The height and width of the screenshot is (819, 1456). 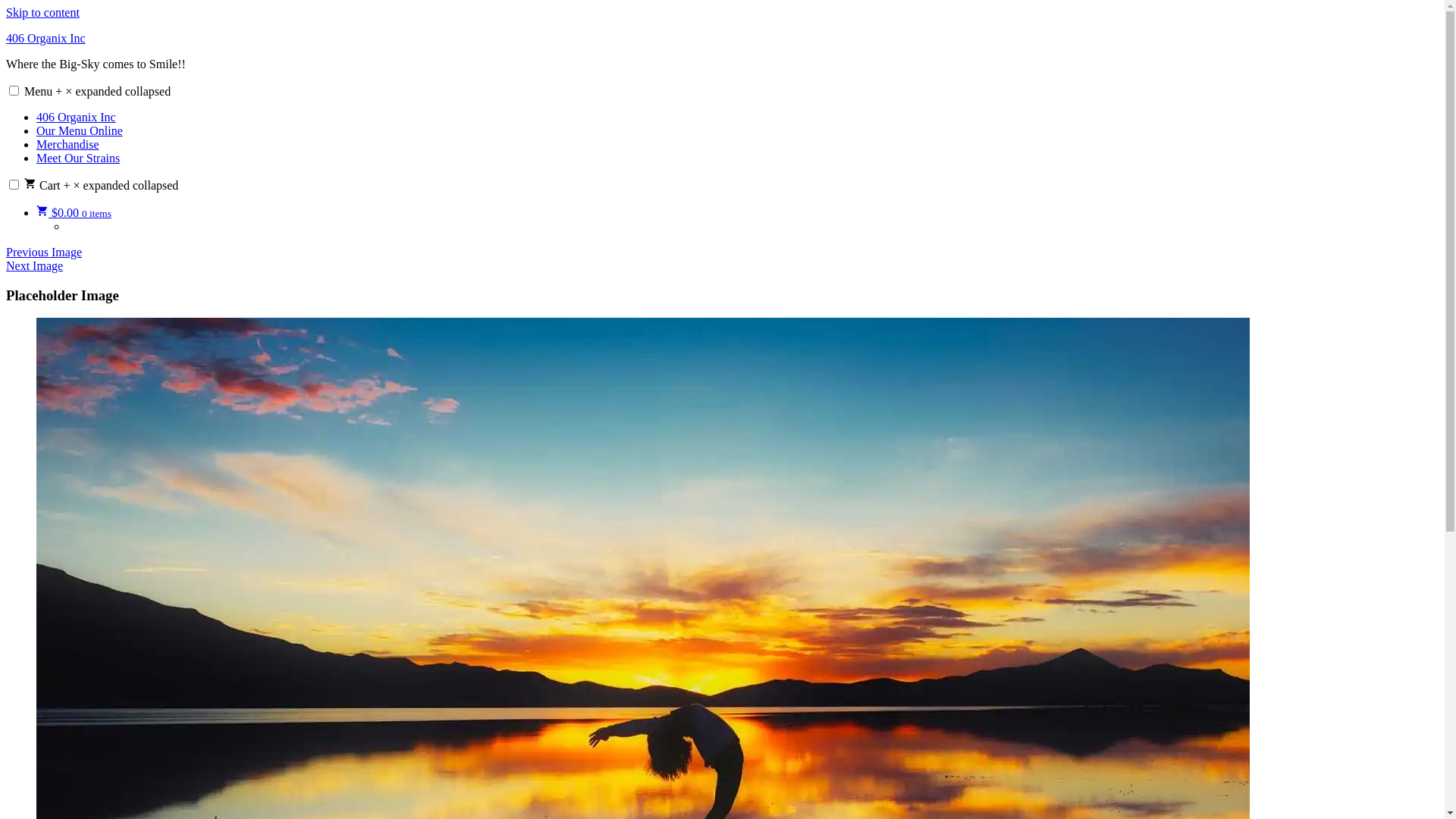 What do you see at coordinates (45, 37) in the screenshot?
I see `'406 Organix Inc'` at bounding box center [45, 37].